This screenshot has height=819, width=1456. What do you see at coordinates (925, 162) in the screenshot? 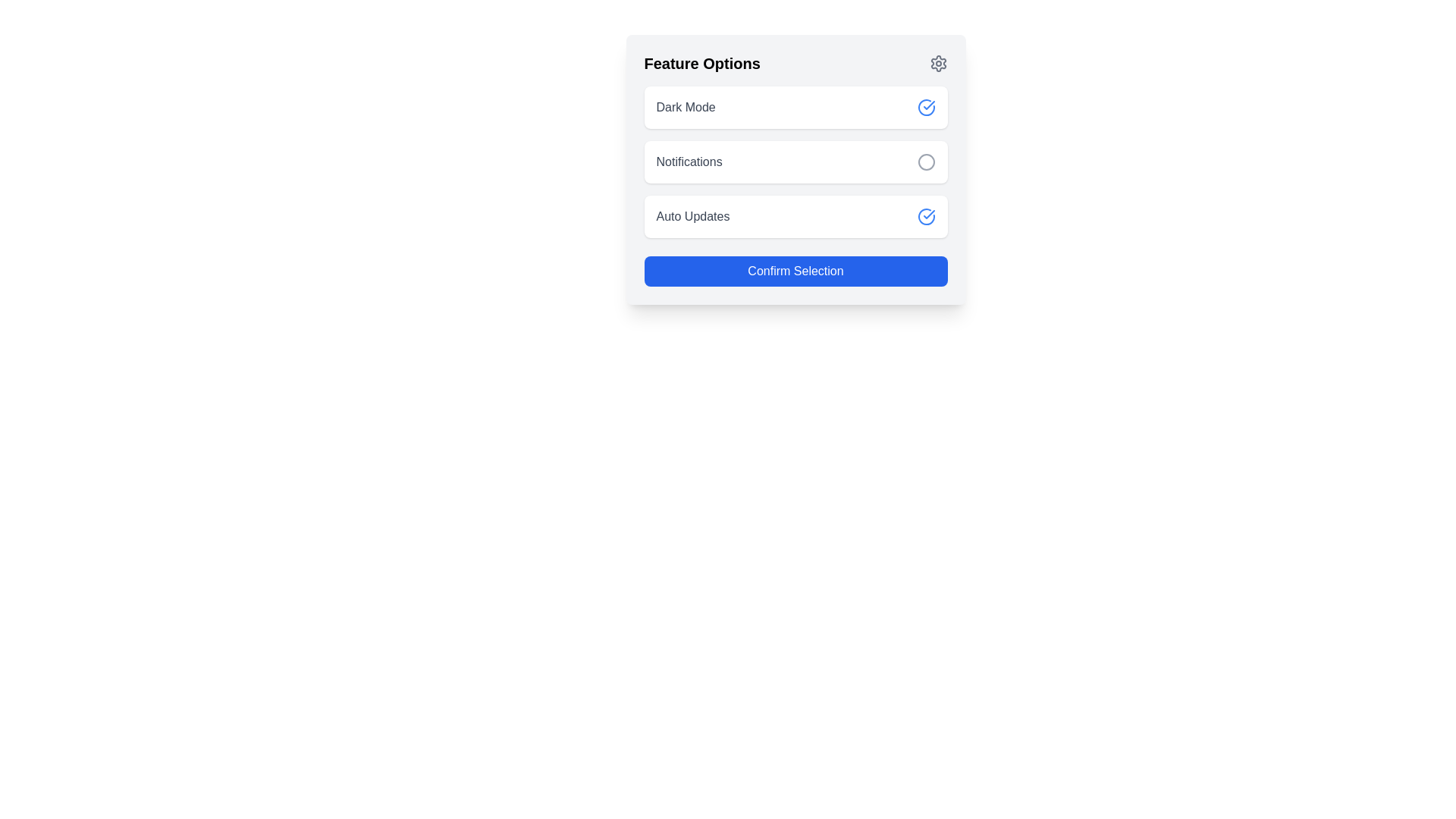
I see `the Notifications icon, which is a circular design indicating the current state of the Notifications setting, located to the right of the Notifications label text` at bounding box center [925, 162].